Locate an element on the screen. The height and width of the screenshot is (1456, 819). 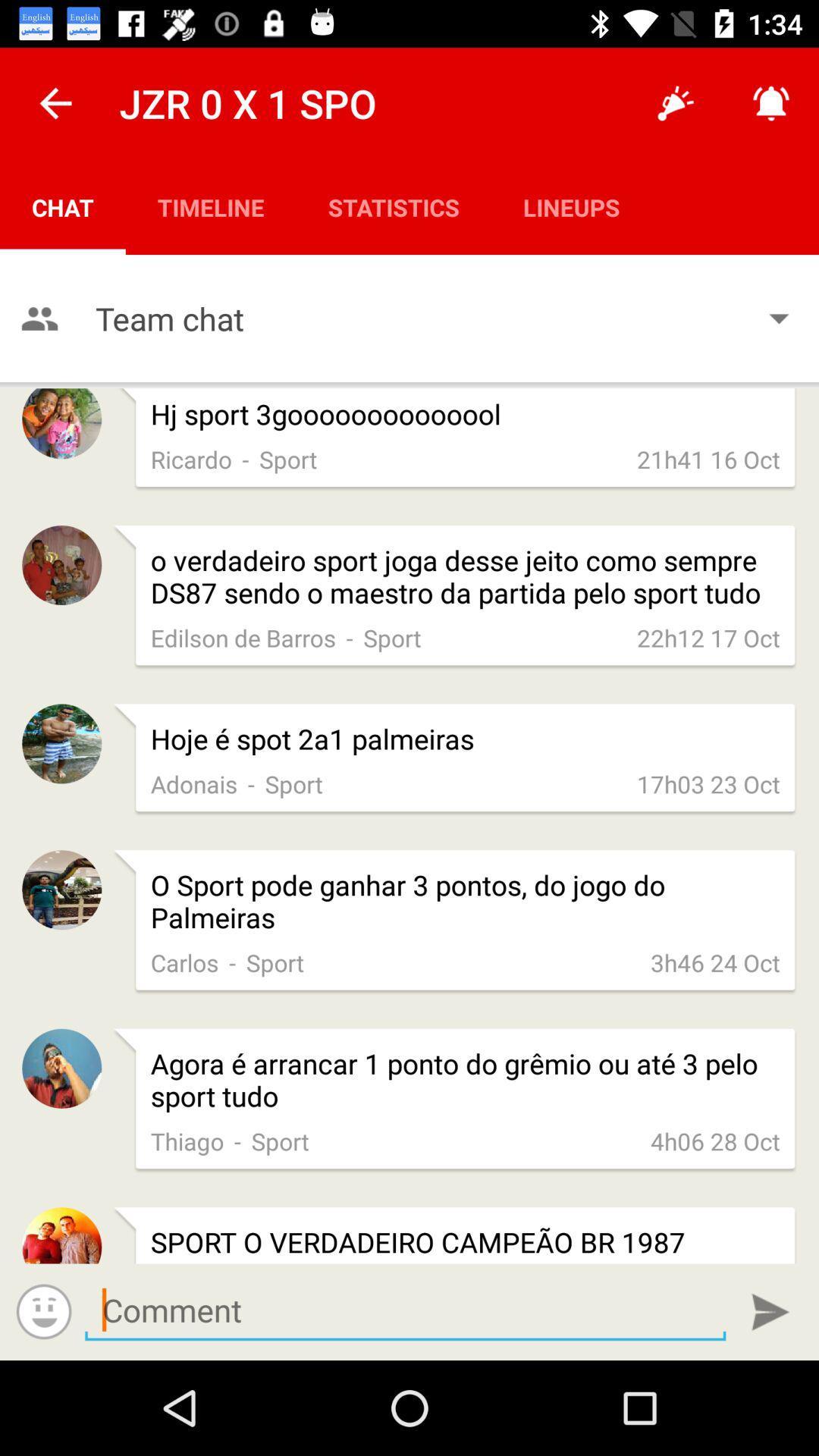
the icon next to the jzr 0 x item is located at coordinates (55, 102).